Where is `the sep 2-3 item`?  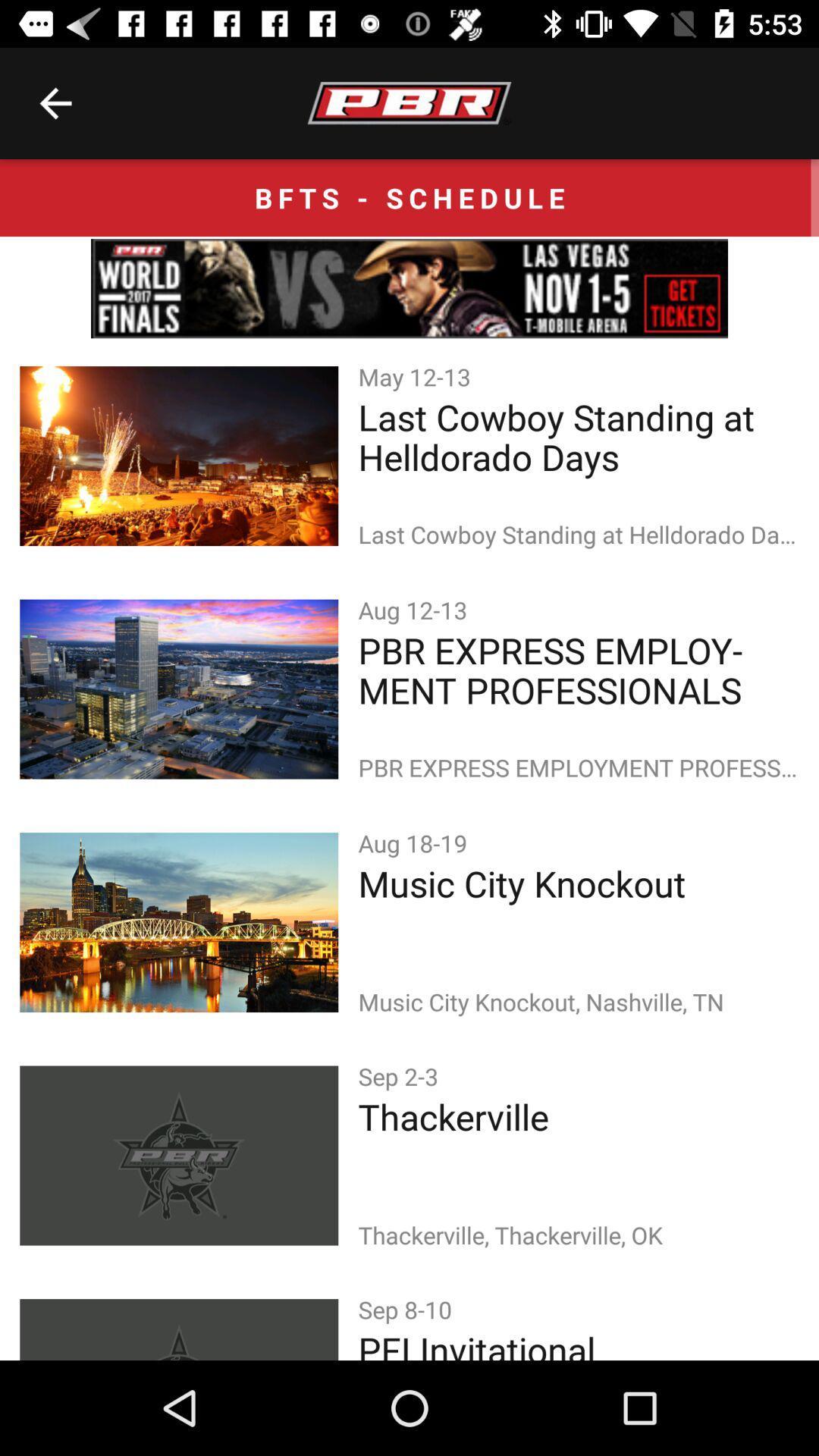 the sep 2-3 item is located at coordinates (400, 1075).